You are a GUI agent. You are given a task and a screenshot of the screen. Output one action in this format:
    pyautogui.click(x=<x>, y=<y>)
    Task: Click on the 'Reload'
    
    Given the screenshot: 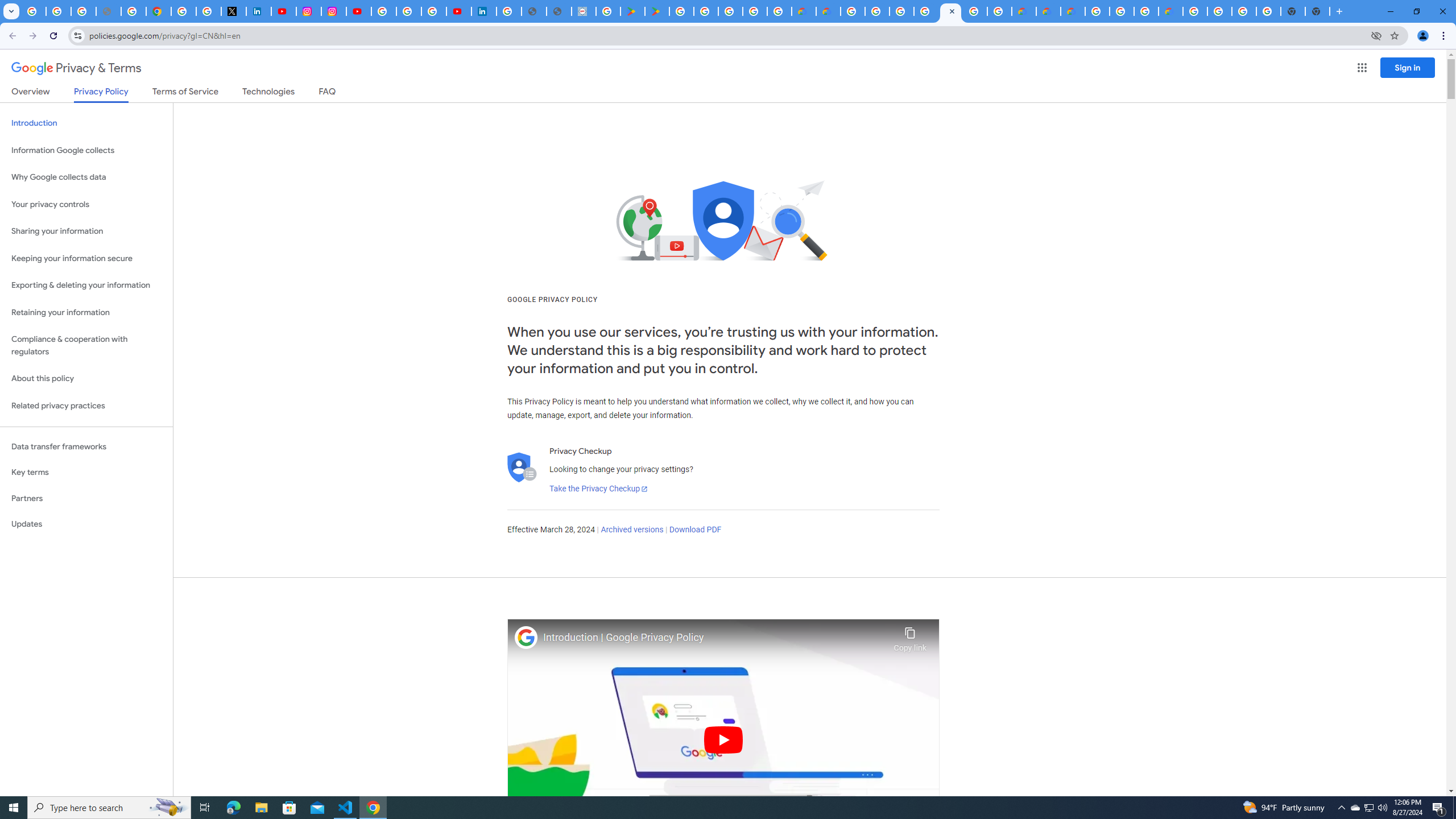 What is the action you would take?
    pyautogui.click(x=53, y=35)
    